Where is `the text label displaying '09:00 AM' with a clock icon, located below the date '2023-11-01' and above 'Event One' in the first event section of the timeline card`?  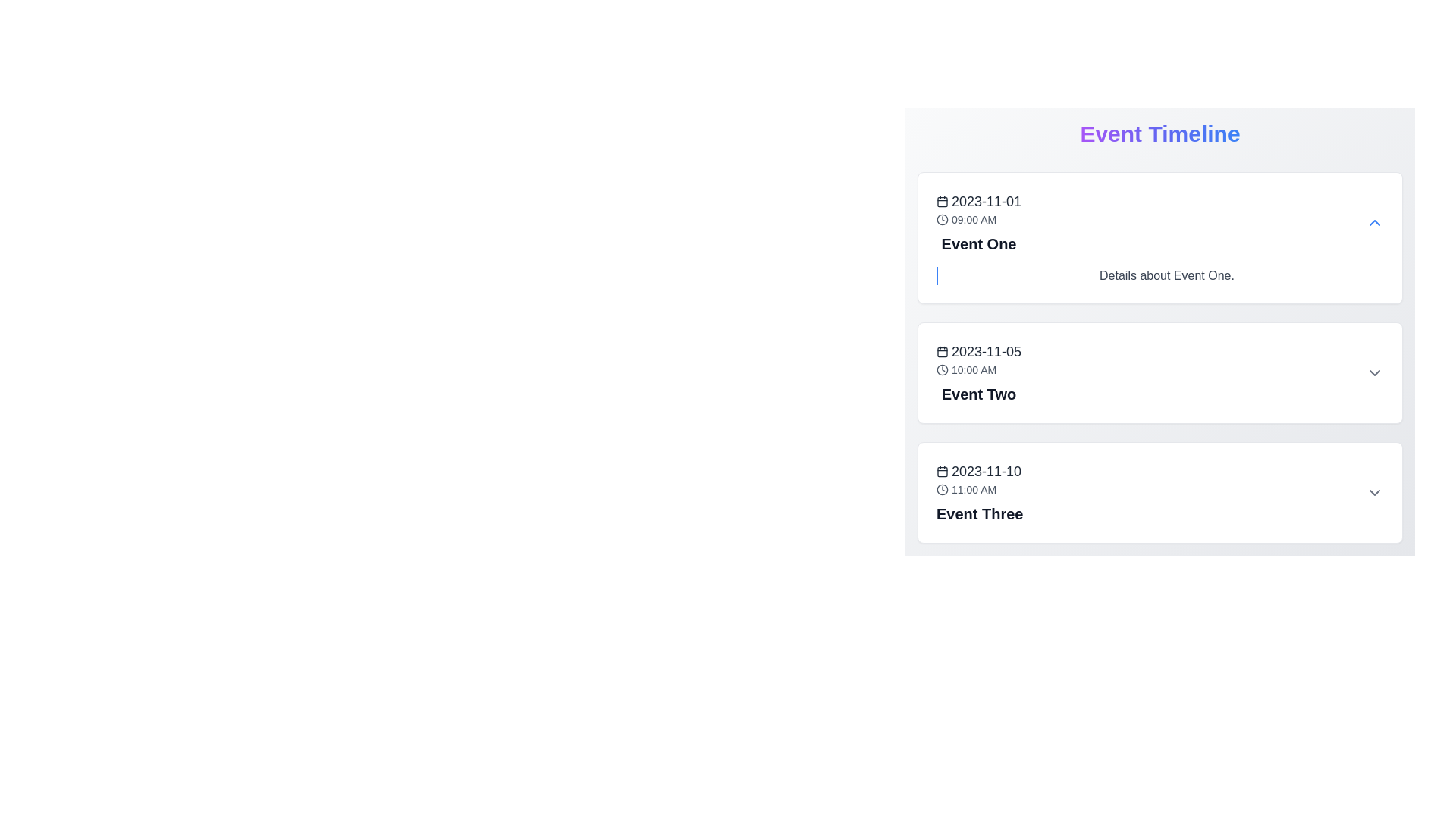 the text label displaying '09:00 AM' with a clock icon, located below the date '2023-11-01' and above 'Event One' in the first event section of the timeline card is located at coordinates (979, 219).